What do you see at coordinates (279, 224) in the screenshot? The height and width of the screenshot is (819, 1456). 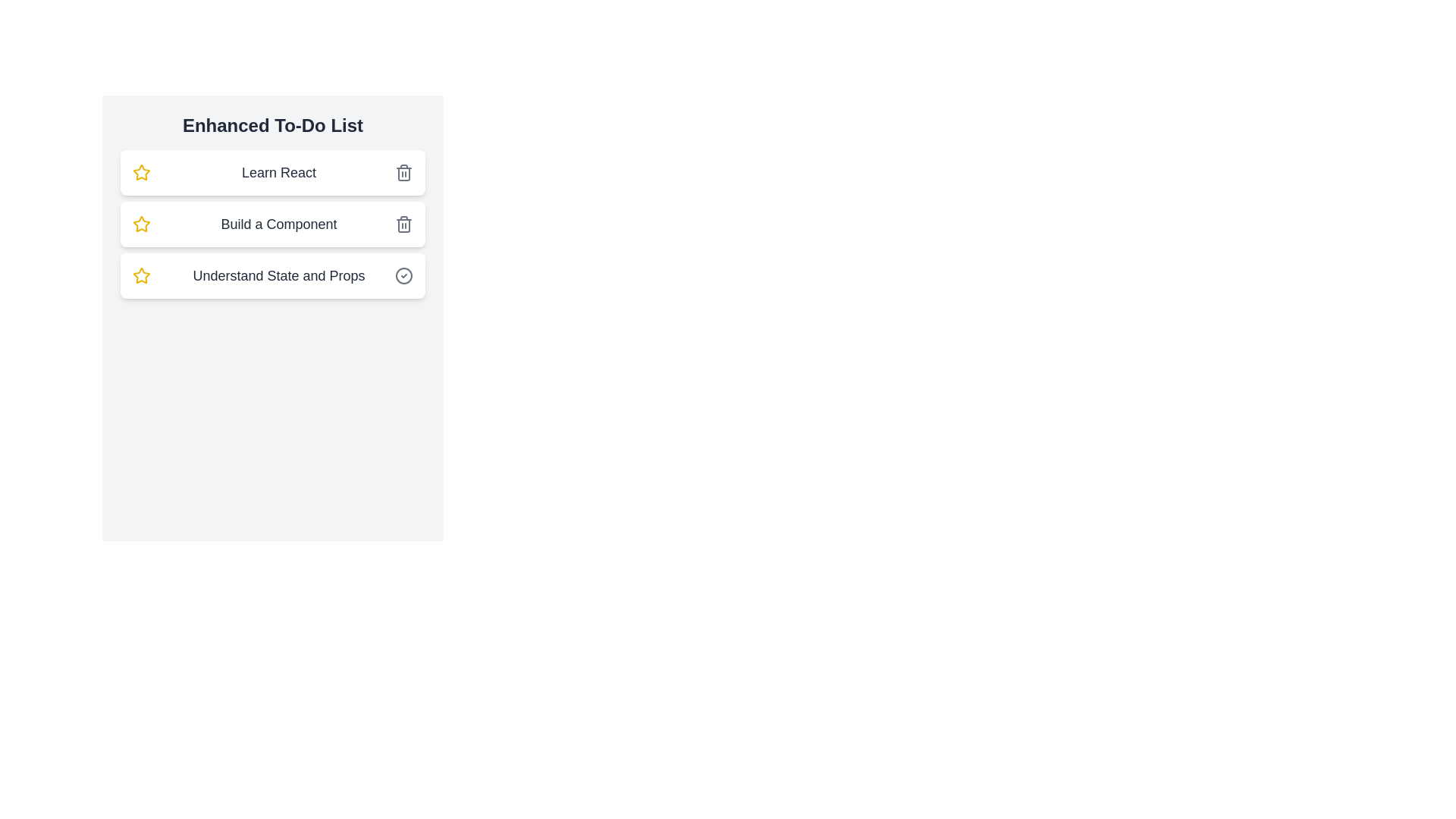 I see `the text label displaying 'Build a Component' which is the second item in the to-do list, located between a yellow star icon and a trash bin icon` at bounding box center [279, 224].